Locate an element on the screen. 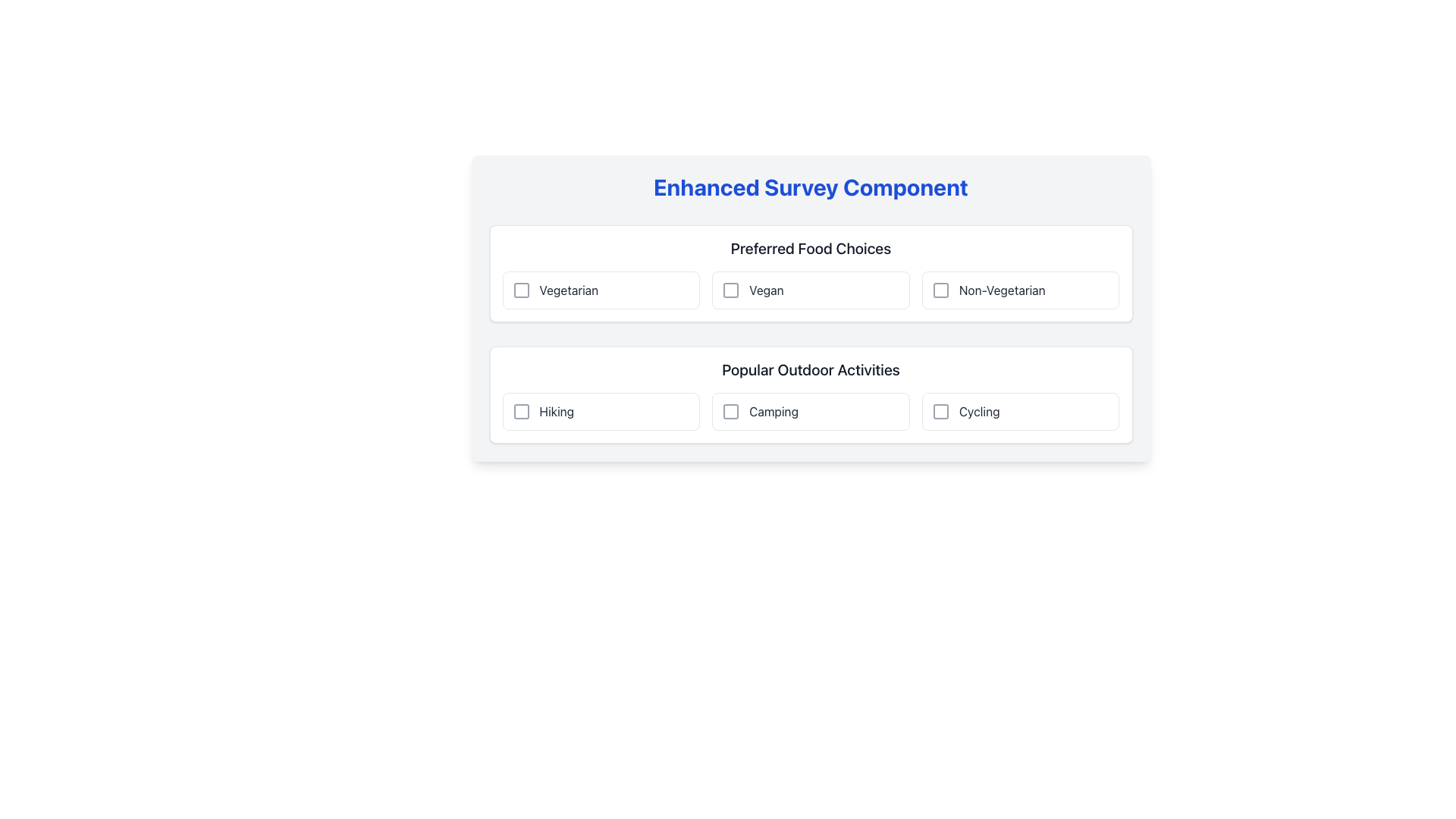 This screenshot has width=1456, height=819. the 'Vegan' label element, which is styled with gray text and is part of the 'Preferred Food Choices' group, located between 'Vegetarian' and 'Non-Vegetarian' is located at coordinates (766, 290).